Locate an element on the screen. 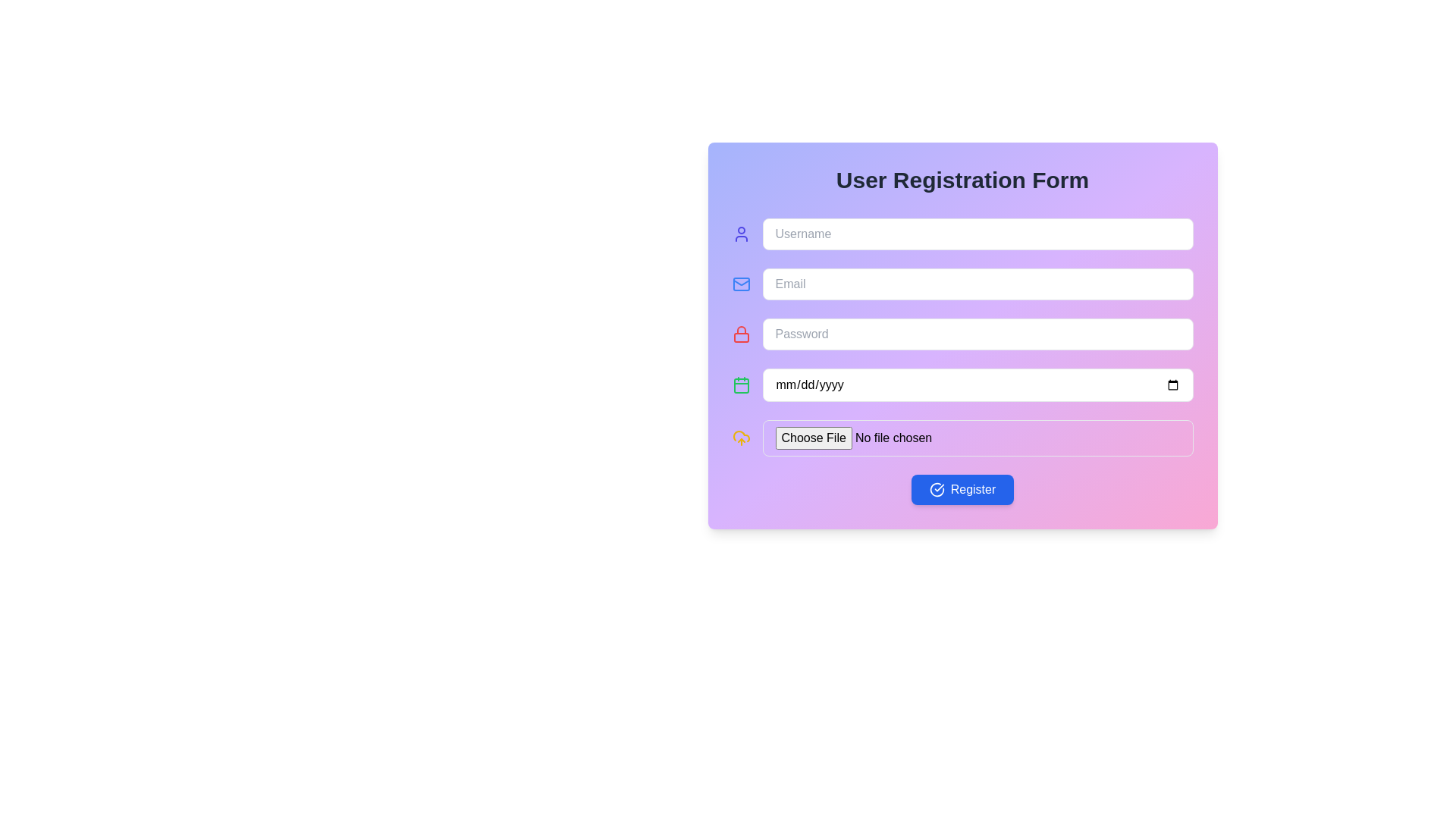 This screenshot has width=1456, height=819. and clear the text input field for entering the username, located at the top of the User Registration Form is located at coordinates (962, 234).